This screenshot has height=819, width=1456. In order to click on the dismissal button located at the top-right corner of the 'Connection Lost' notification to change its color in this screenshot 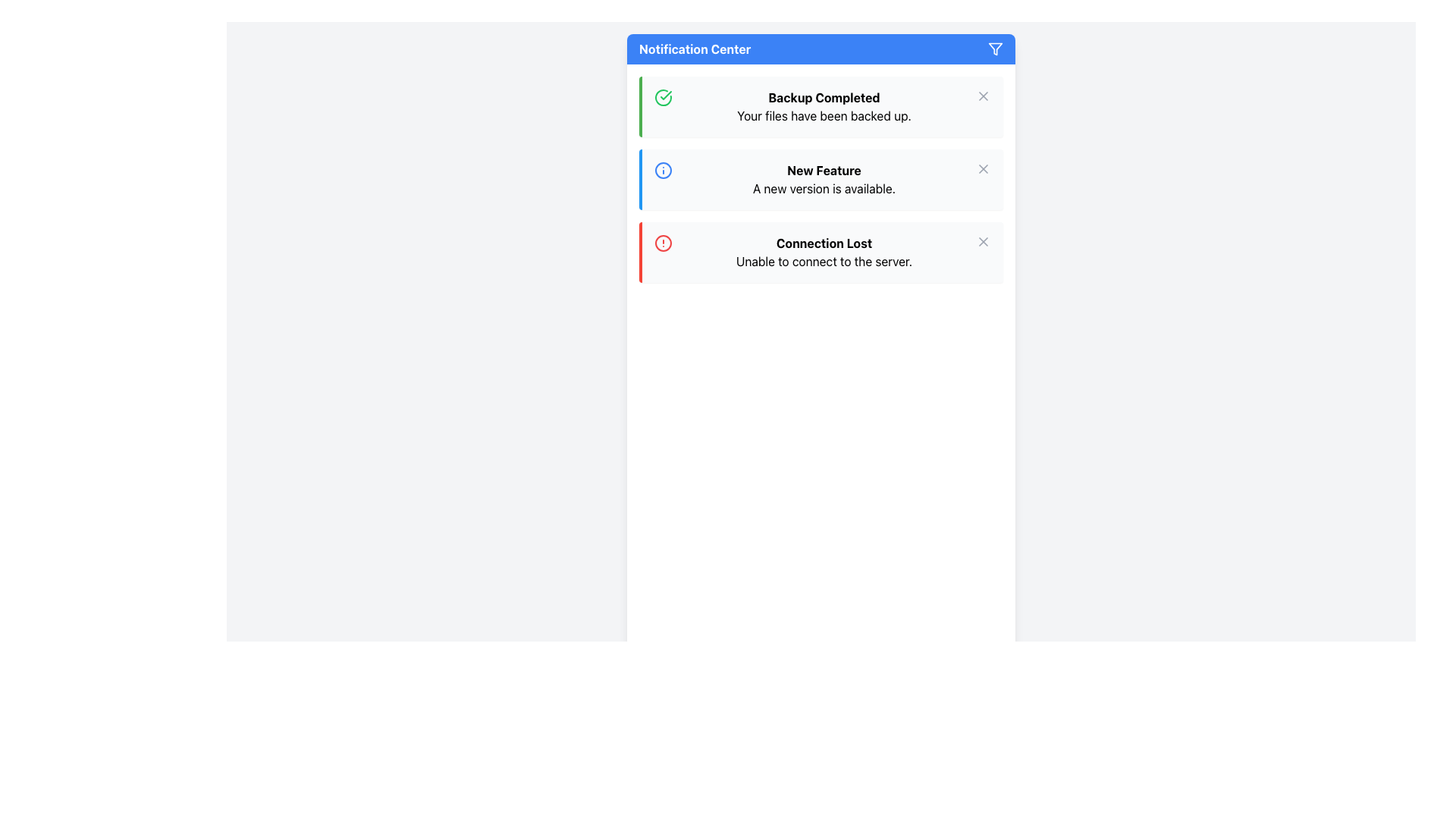, I will do `click(983, 241)`.